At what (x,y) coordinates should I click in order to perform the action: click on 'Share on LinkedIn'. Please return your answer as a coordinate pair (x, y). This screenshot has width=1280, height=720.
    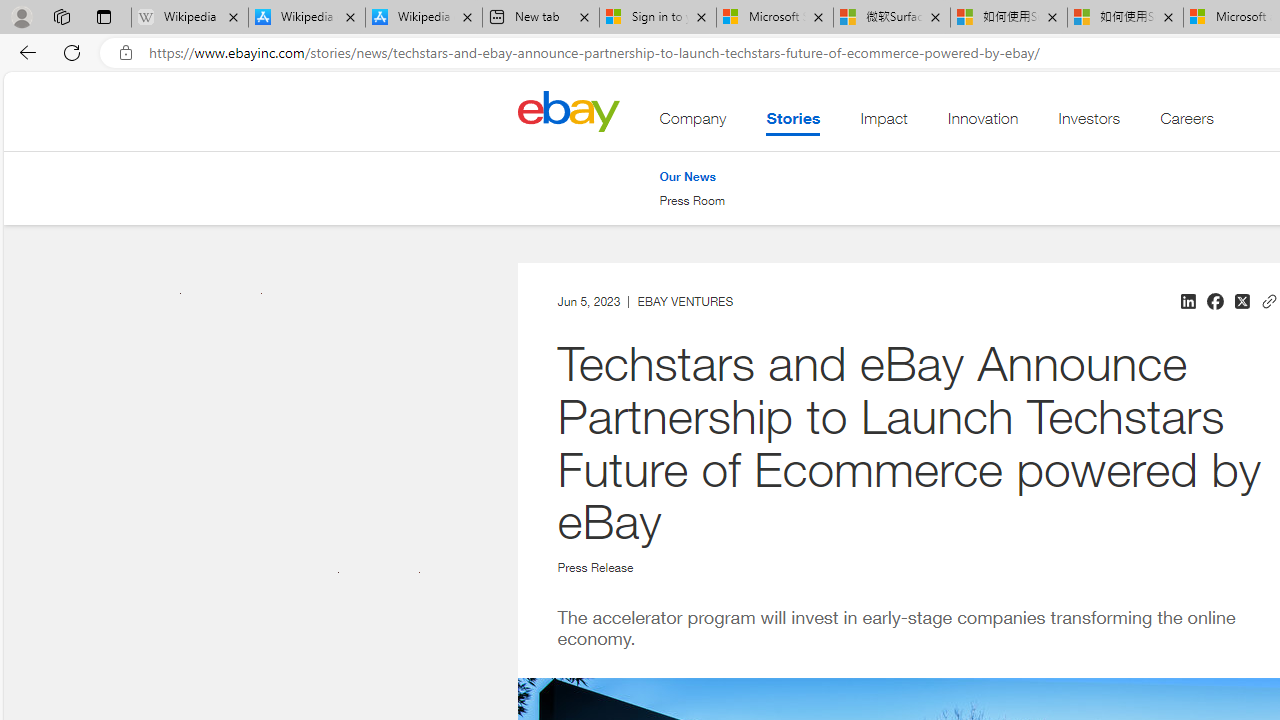
    Looking at the image, I should click on (1187, 301).